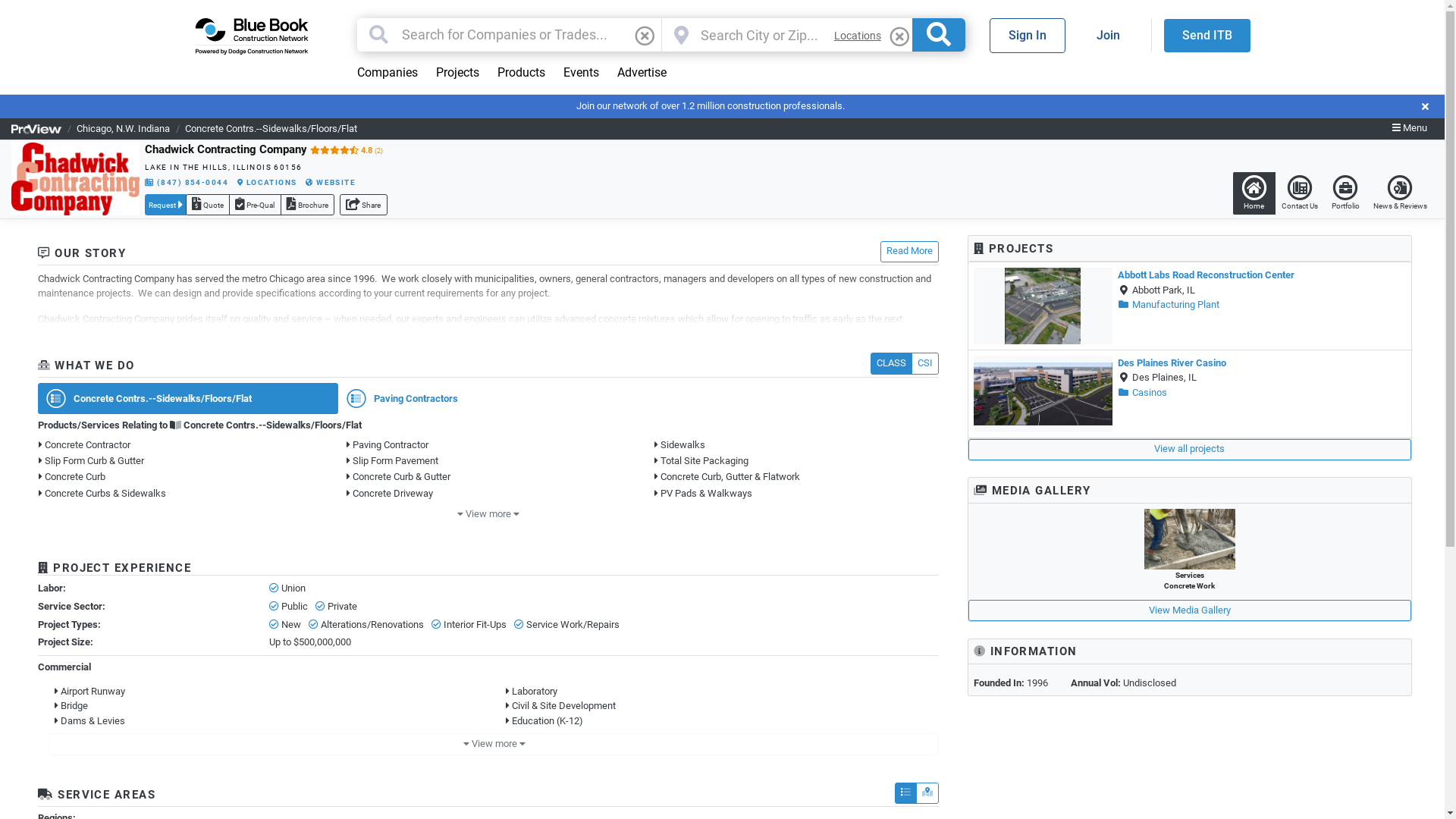 The image size is (1456, 819). Describe the element at coordinates (330, 181) in the screenshot. I see `'WEBSITE'` at that location.